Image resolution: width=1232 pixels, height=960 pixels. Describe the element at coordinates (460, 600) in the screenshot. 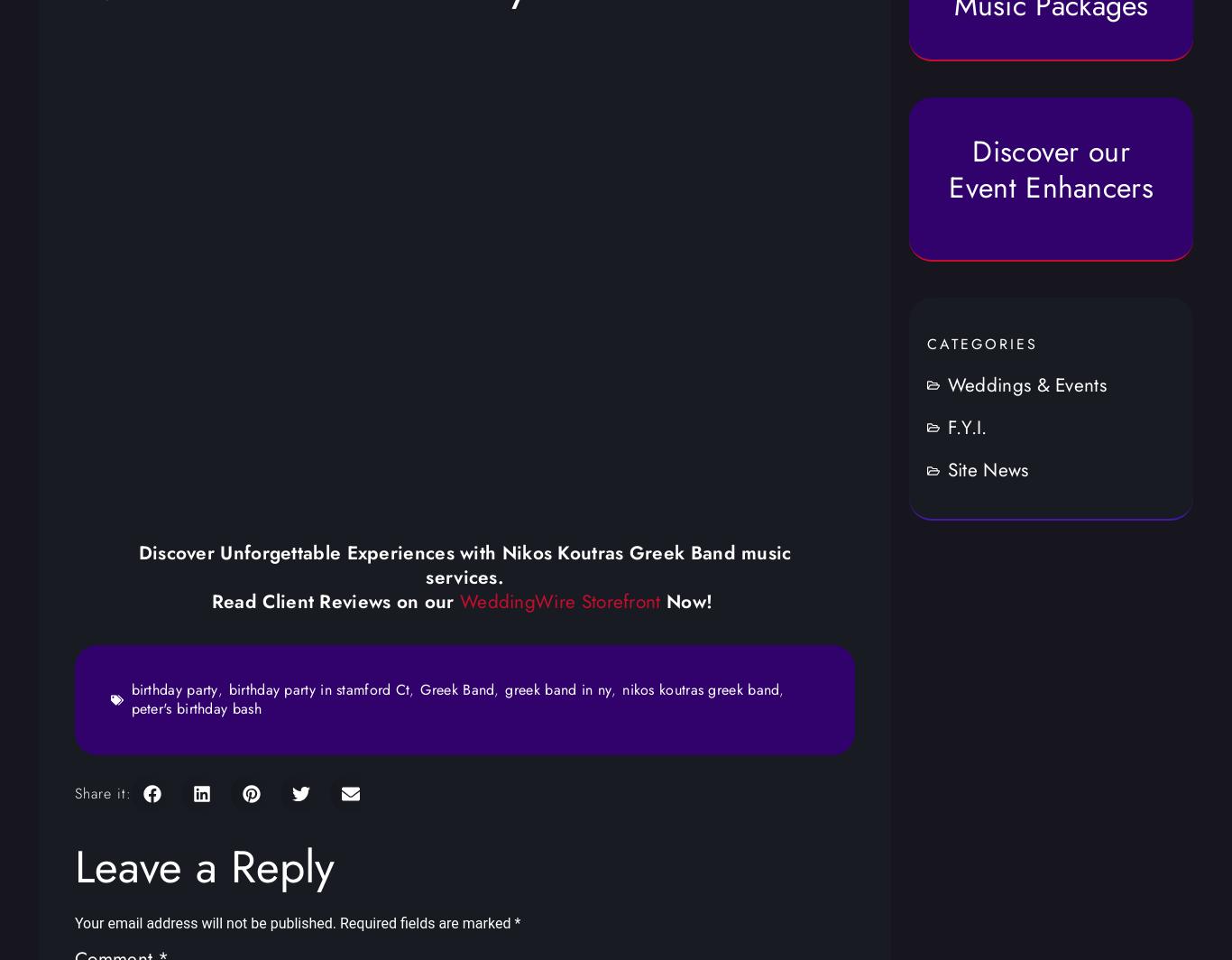

I see `'WeddingWire Storefront'` at that location.